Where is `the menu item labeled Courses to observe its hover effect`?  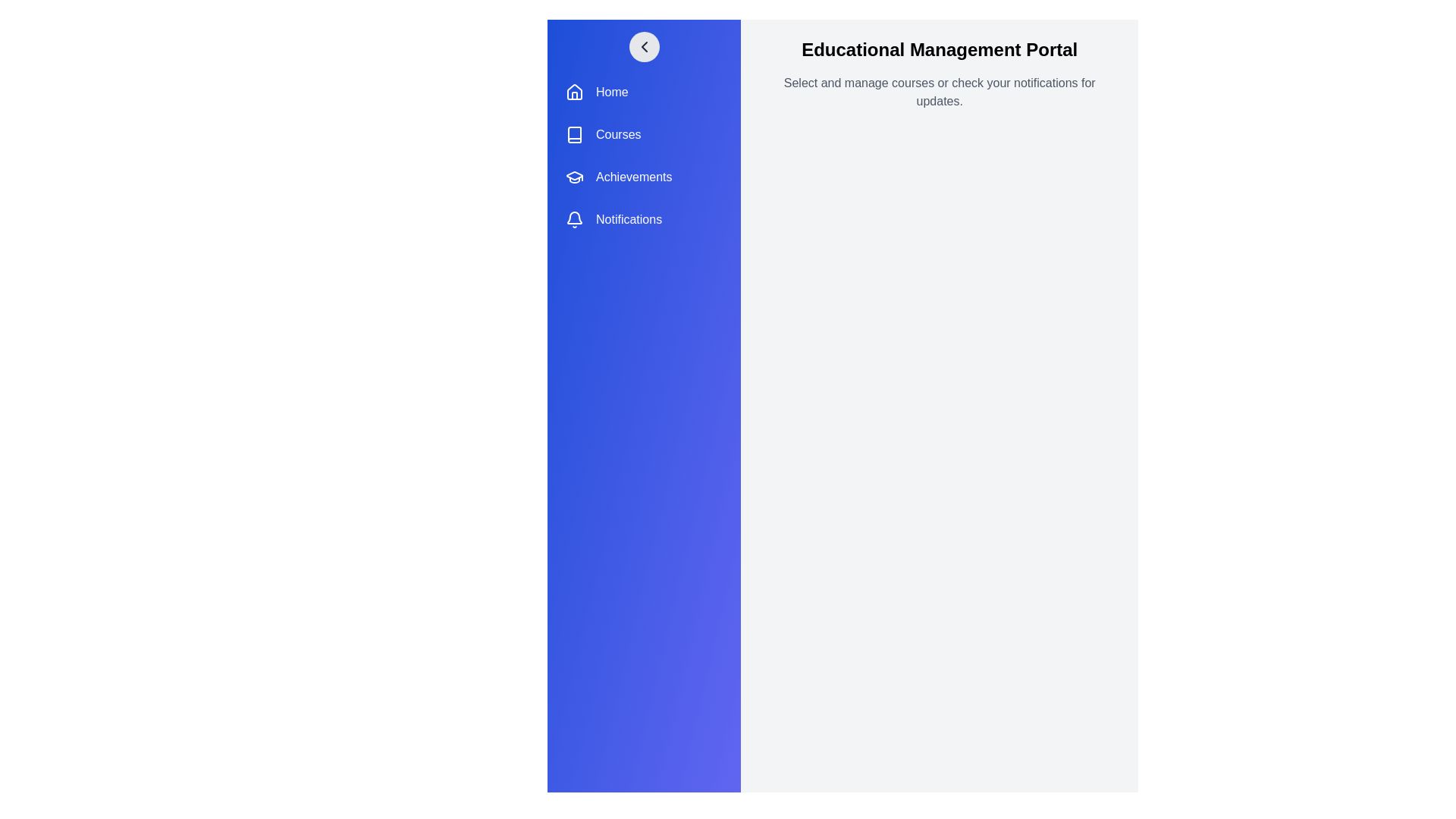
the menu item labeled Courses to observe its hover effect is located at coordinates (644, 133).